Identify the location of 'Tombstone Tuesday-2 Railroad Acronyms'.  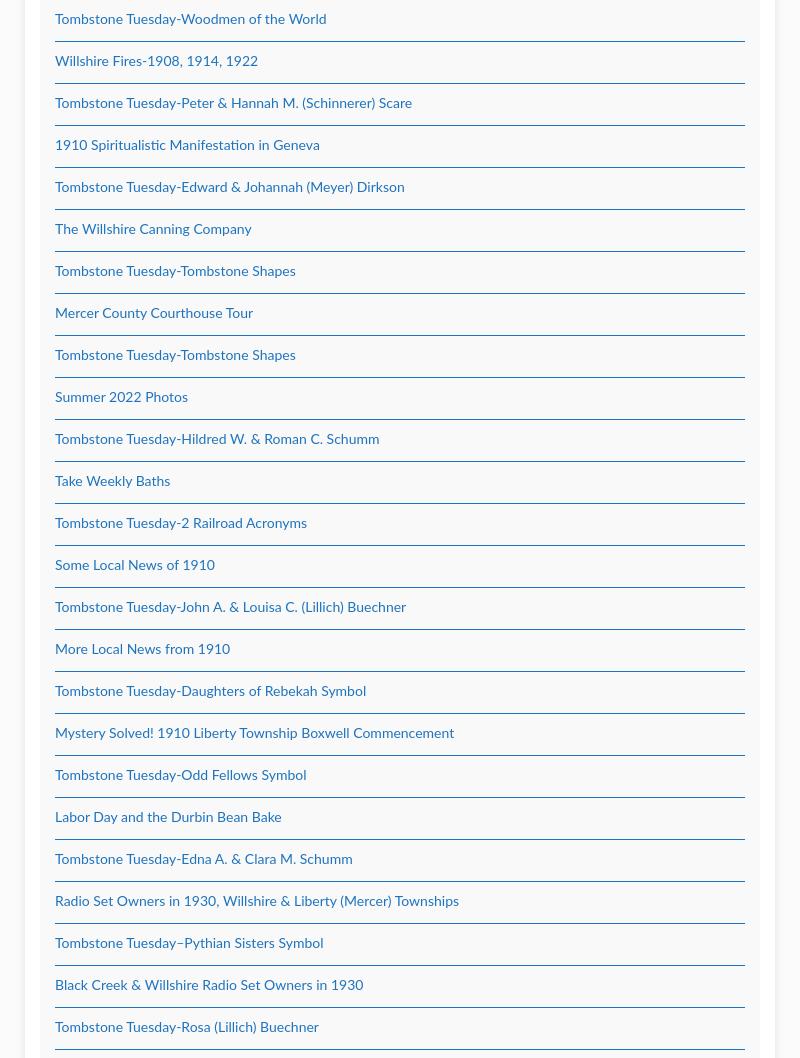
(180, 523).